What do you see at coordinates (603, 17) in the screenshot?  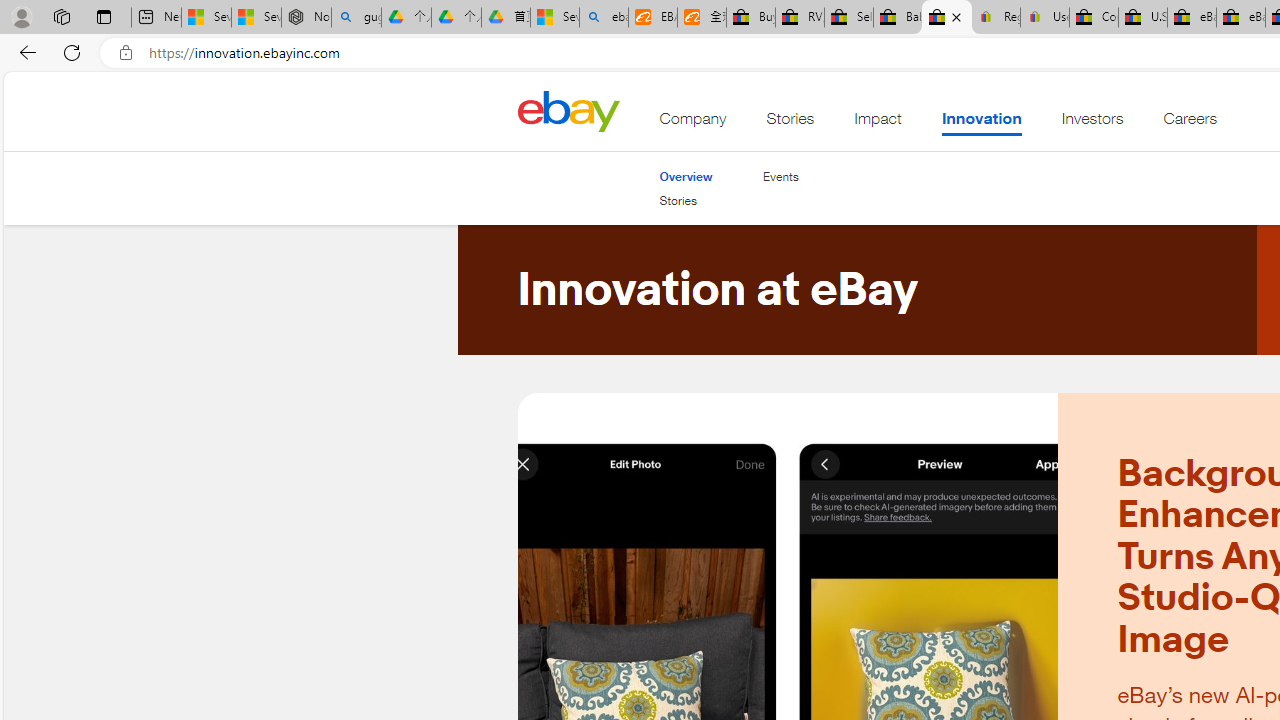 I see `'ebay - Search'` at bounding box center [603, 17].